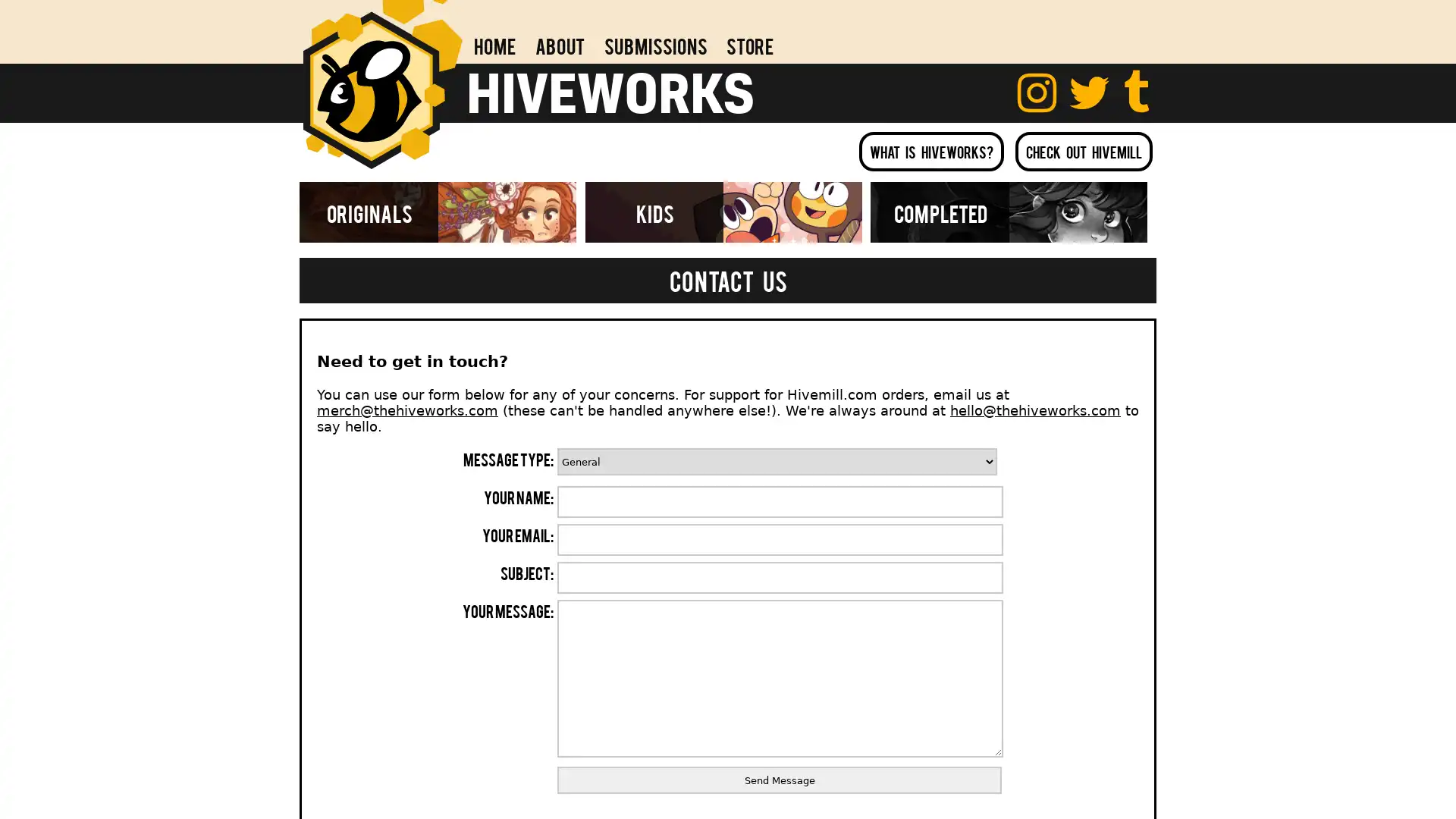 Image resolution: width=1456 pixels, height=819 pixels. What do you see at coordinates (779, 780) in the screenshot?
I see `Send Message` at bounding box center [779, 780].